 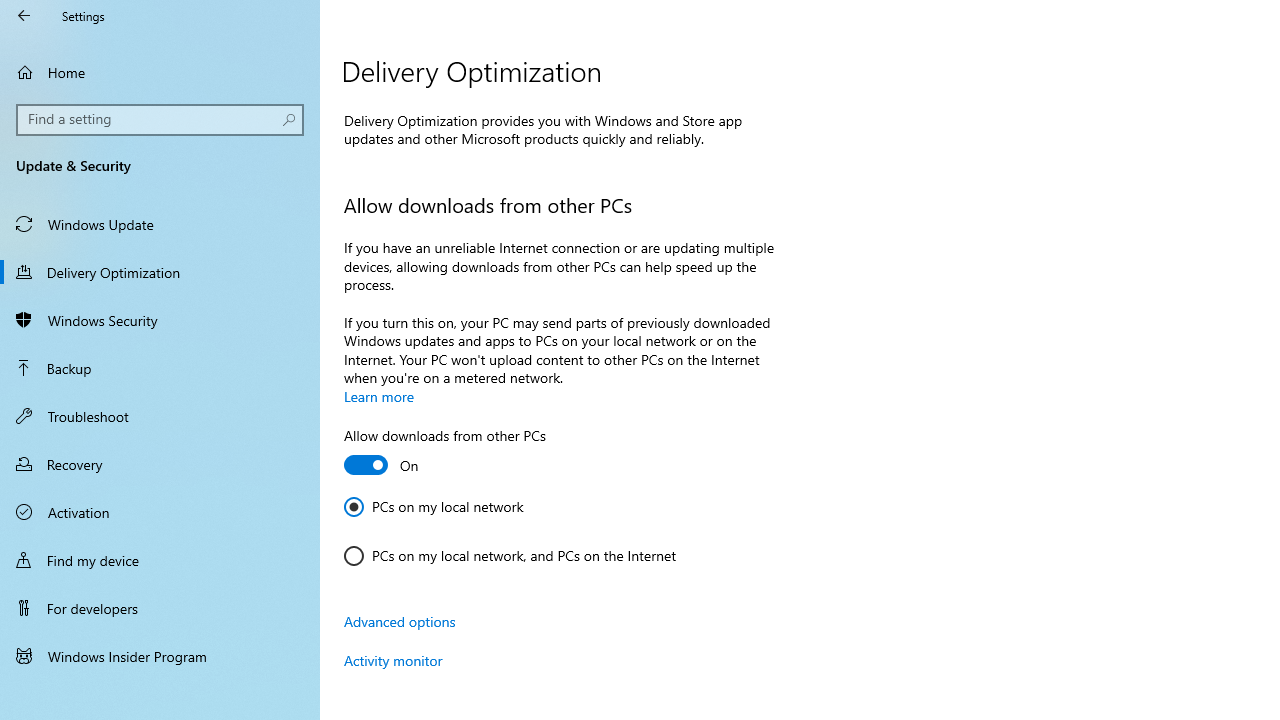 I want to click on 'Windows Update', so click(x=160, y=223).